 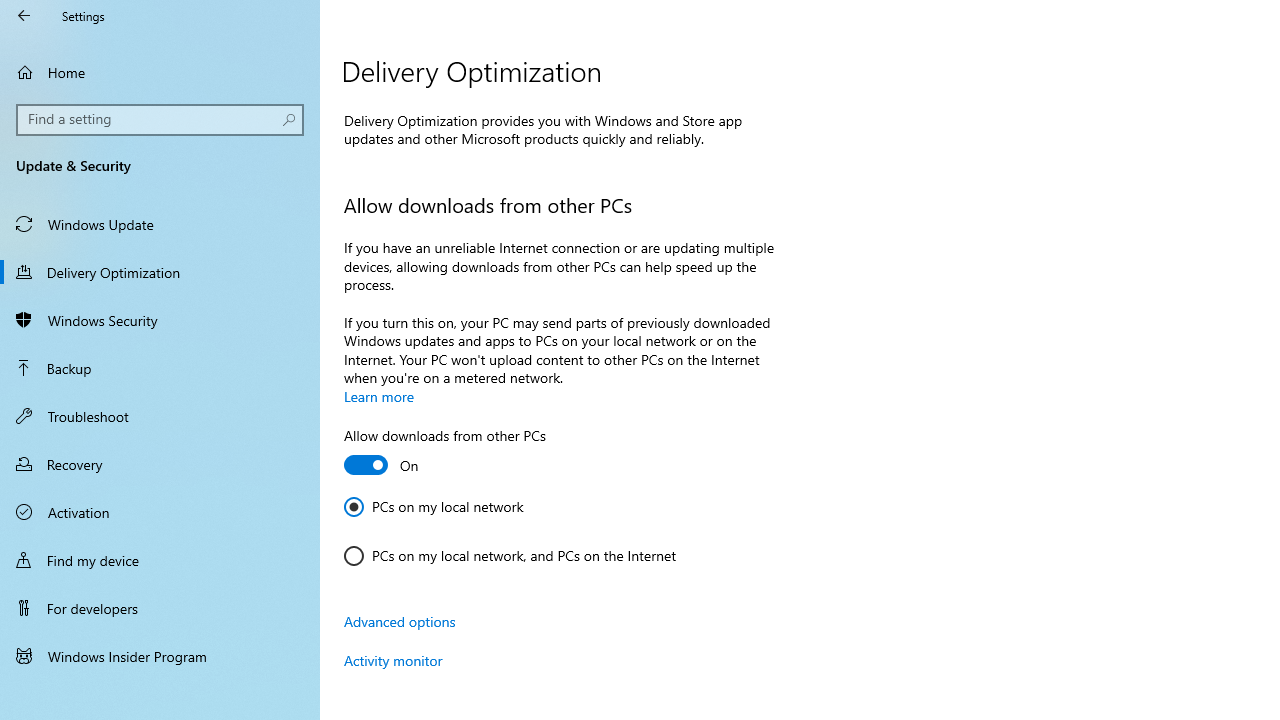 I want to click on 'Windows Update', so click(x=160, y=223).